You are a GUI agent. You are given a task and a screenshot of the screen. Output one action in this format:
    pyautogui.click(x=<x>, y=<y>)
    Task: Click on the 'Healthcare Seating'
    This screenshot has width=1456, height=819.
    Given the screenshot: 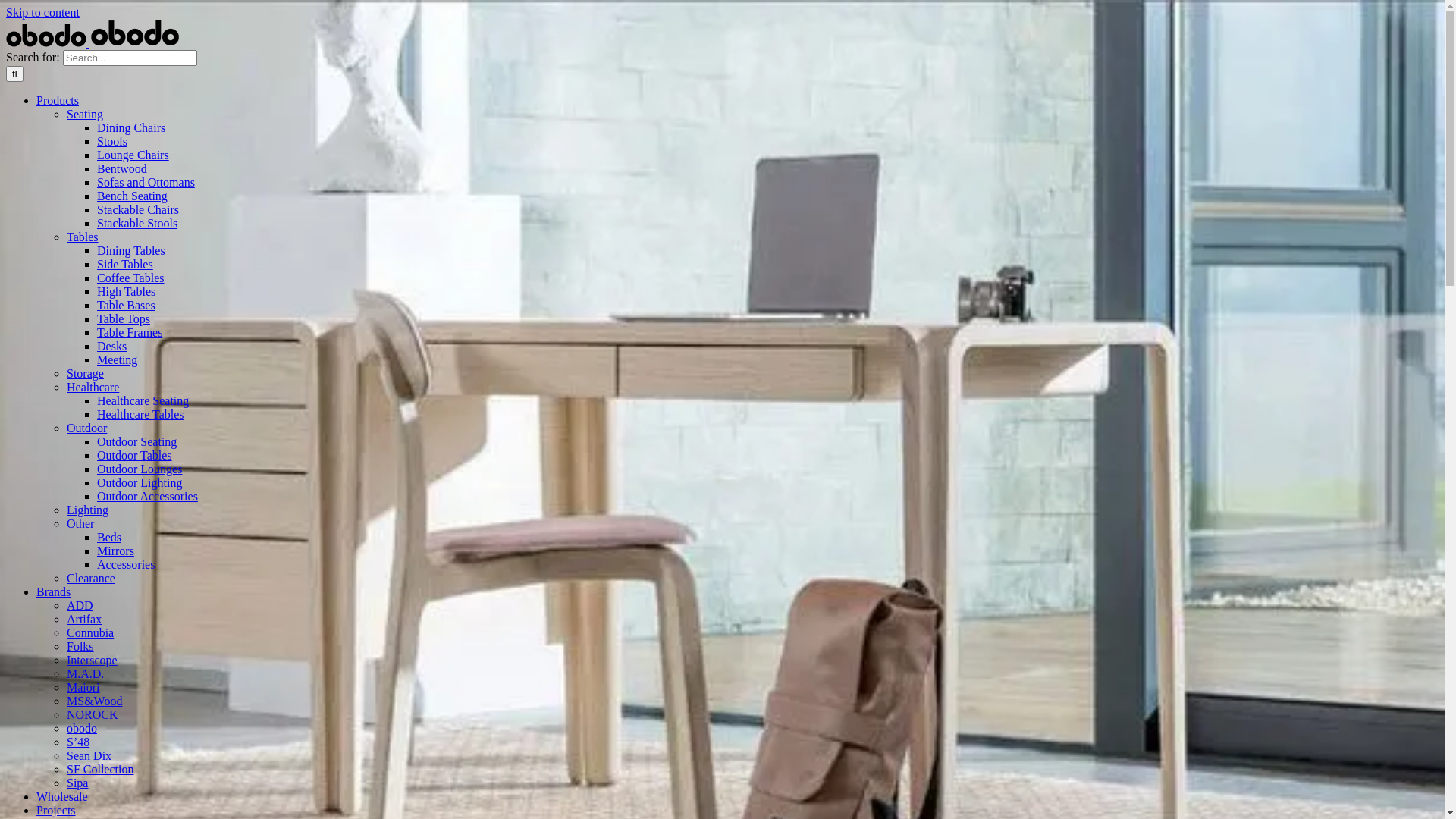 What is the action you would take?
    pyautogui.click(x=143, y=400)
    